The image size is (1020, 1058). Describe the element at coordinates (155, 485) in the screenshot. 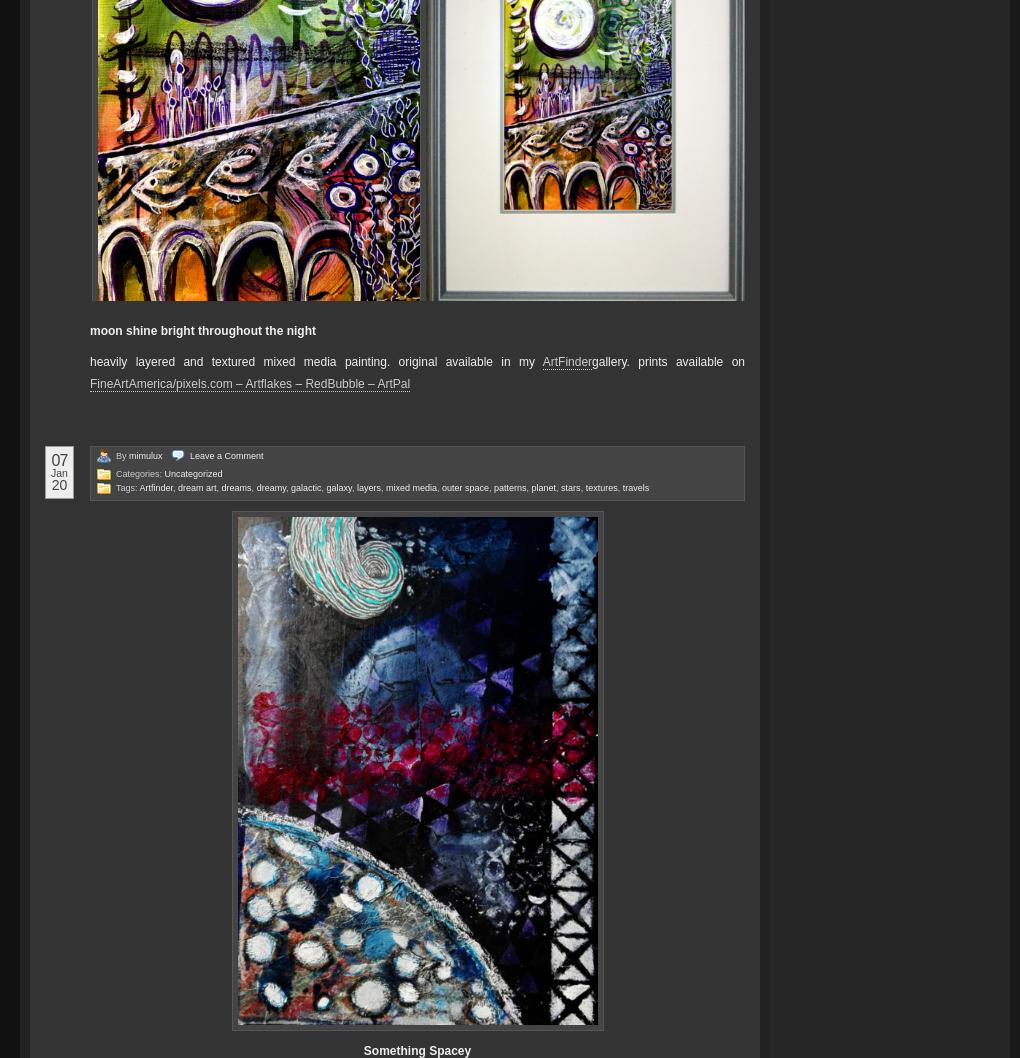

I see `'Artfinder'` at that location.